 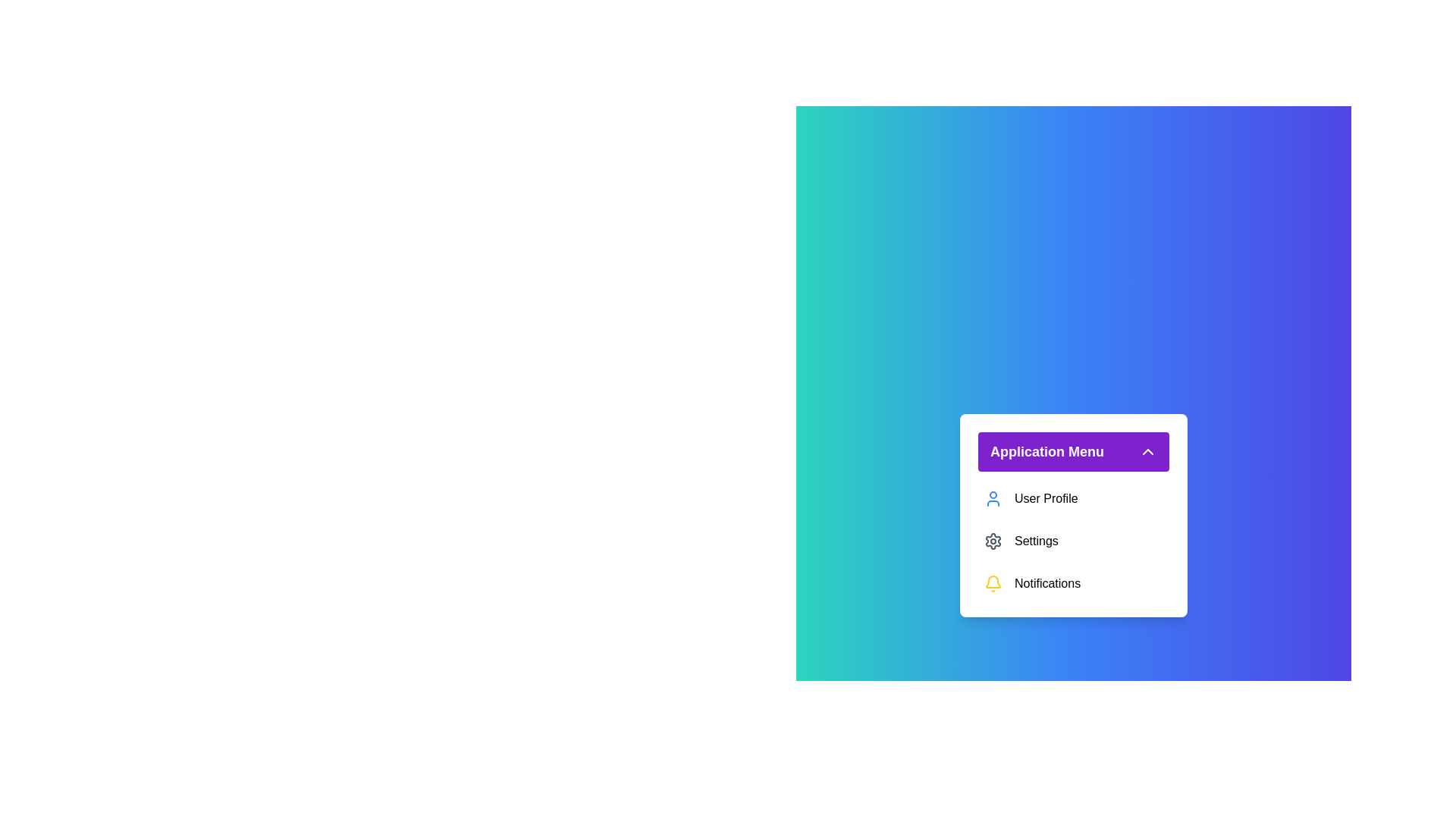 I want to click on the 'Application Menu' button to toggle the menu visibility, so click(x=1073, y=451).